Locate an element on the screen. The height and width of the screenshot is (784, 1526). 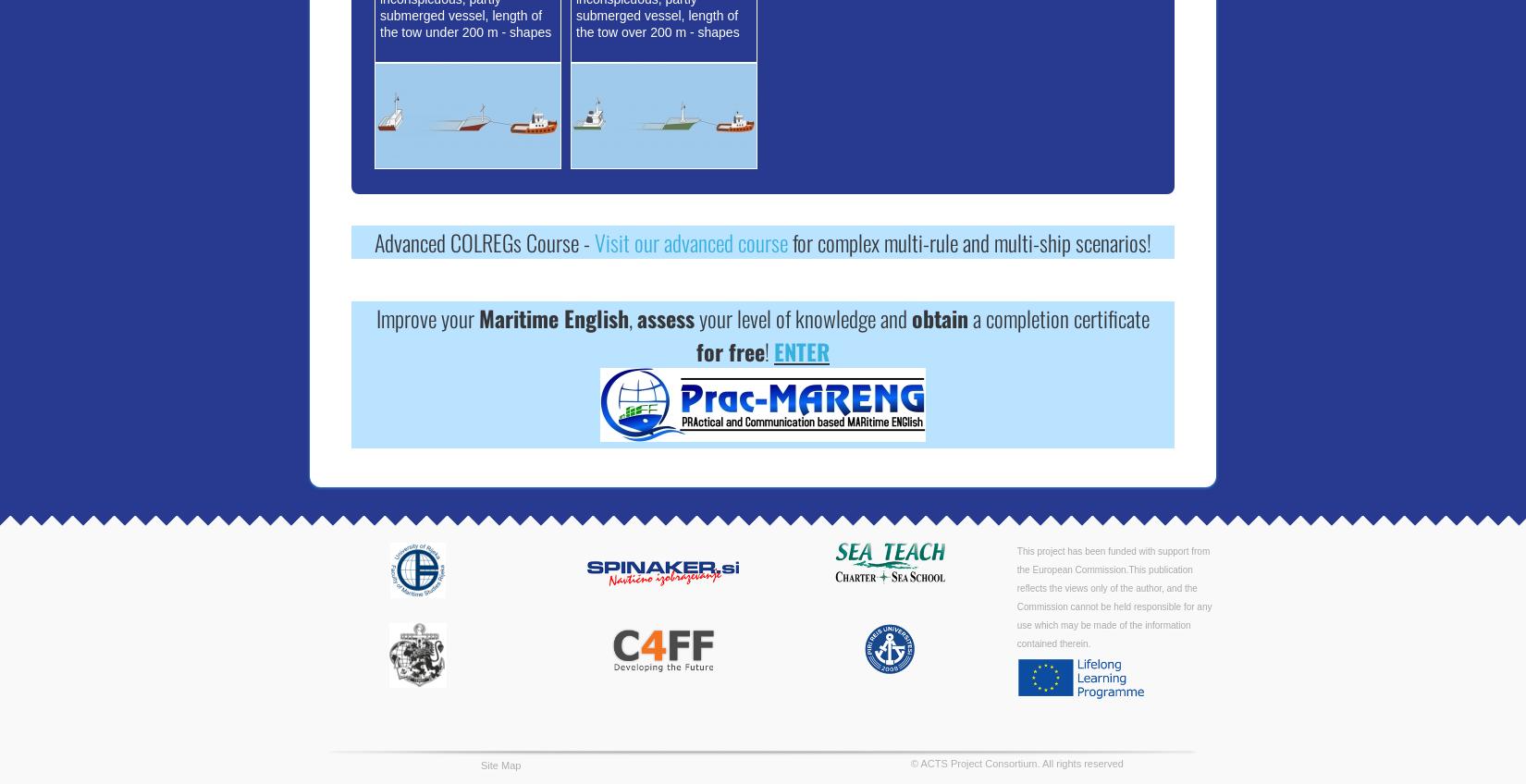
',' is located at coordinates (632, 317).